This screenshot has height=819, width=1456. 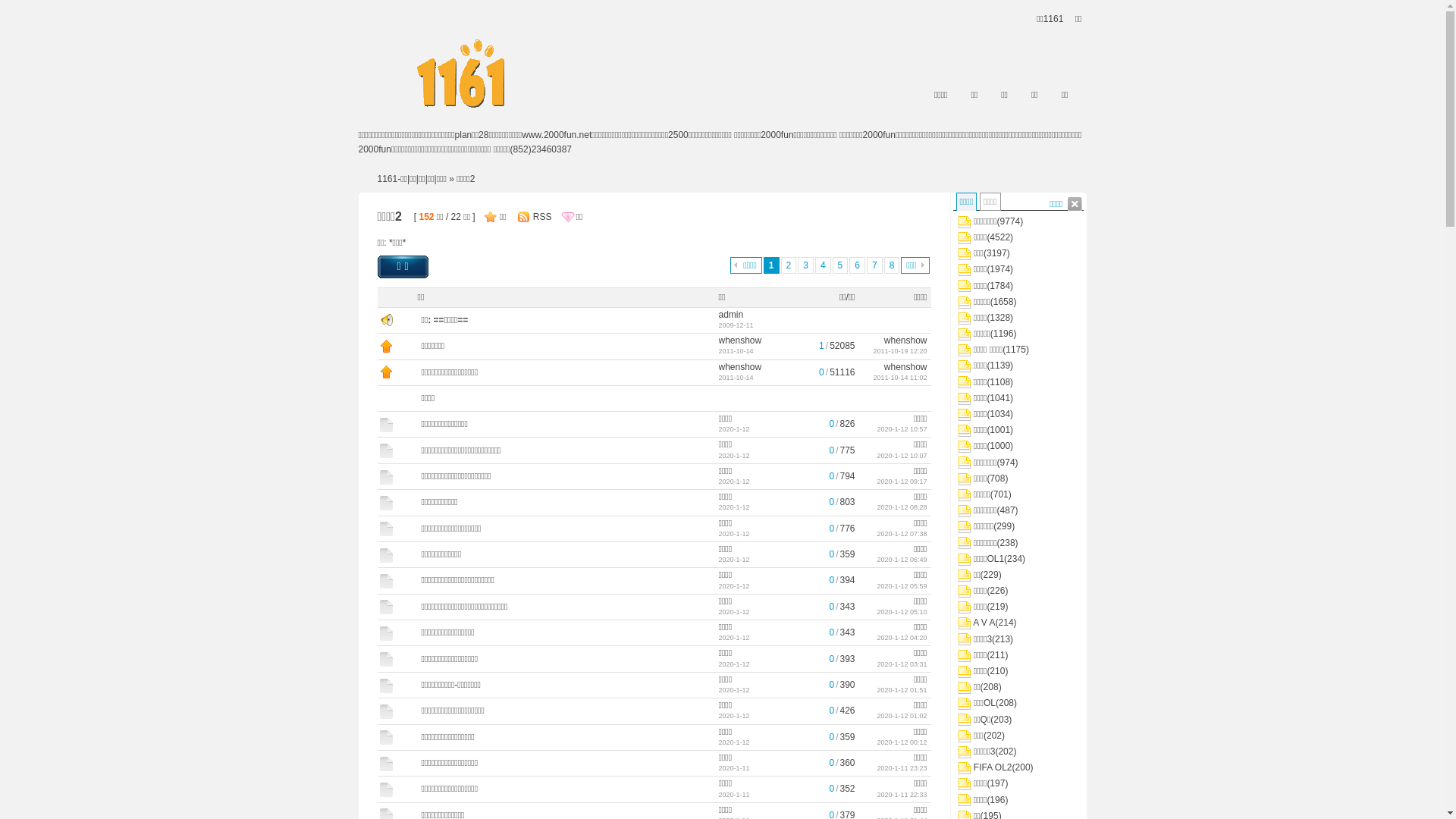 I want to click on '2020-1-12 01:02', so click(x=902, y=716).